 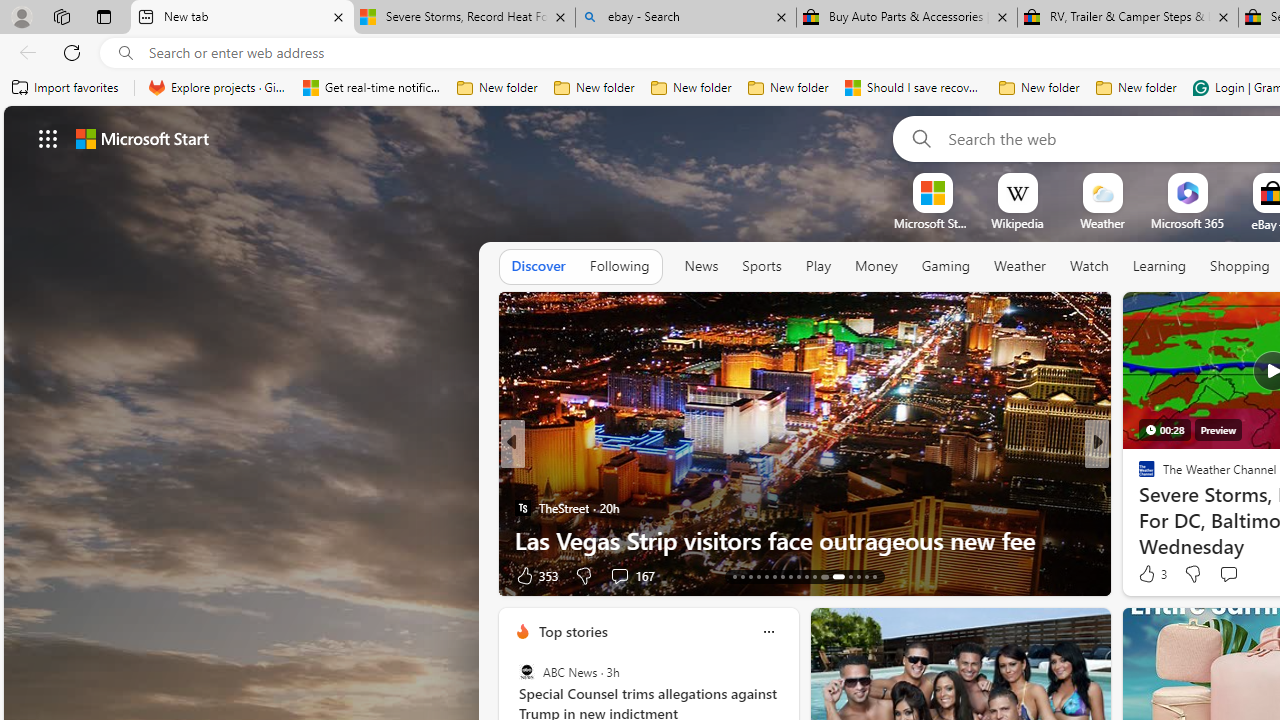 I want to click on '99 Like', so click(x=1149, y=575).